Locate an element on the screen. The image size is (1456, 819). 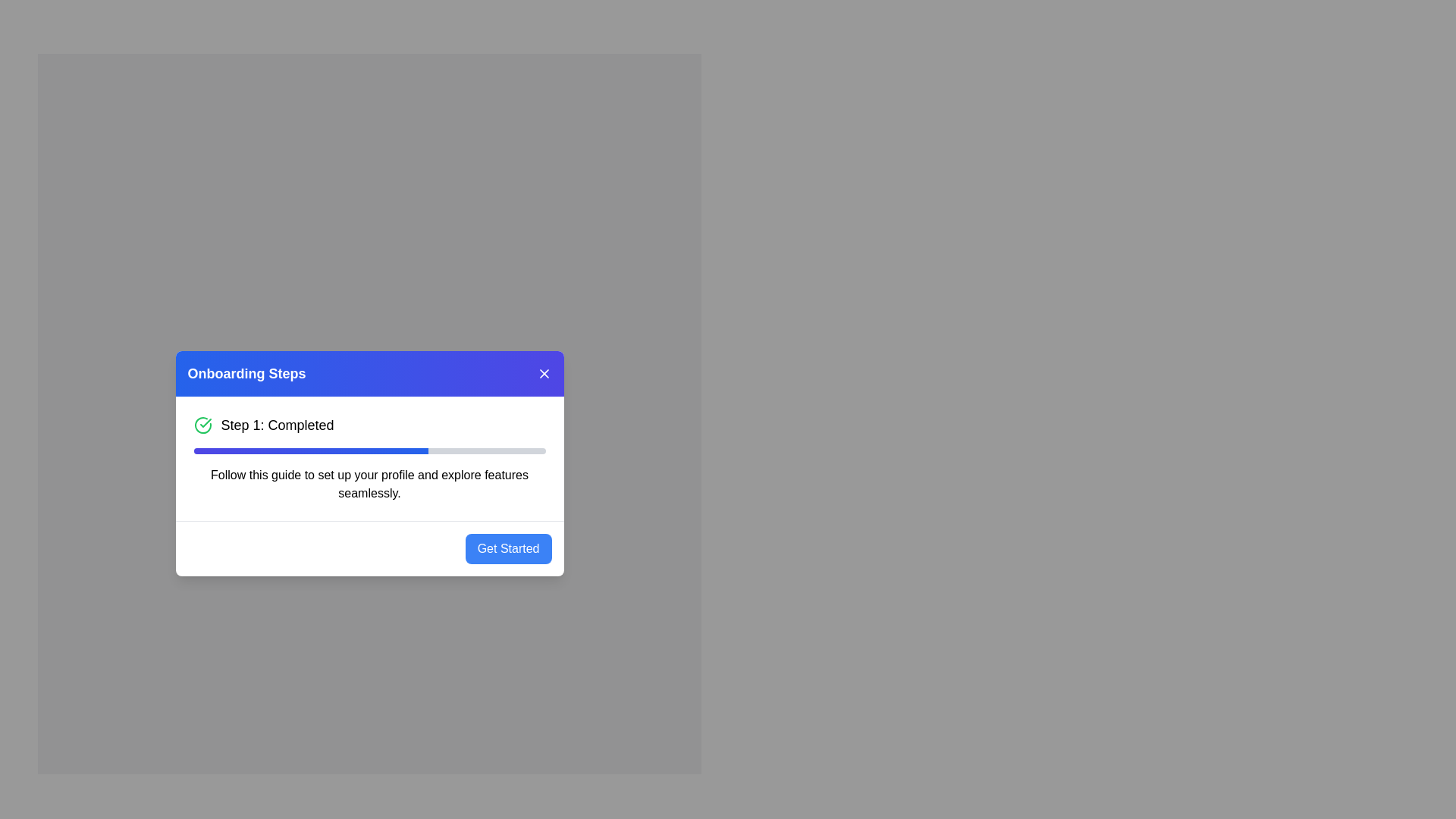
horizontal progress bar with a light gray background and indigo to blue gradient fill, located below the 'Step 1: Completed' text and above the next step description is located at coordinates (369, 450).